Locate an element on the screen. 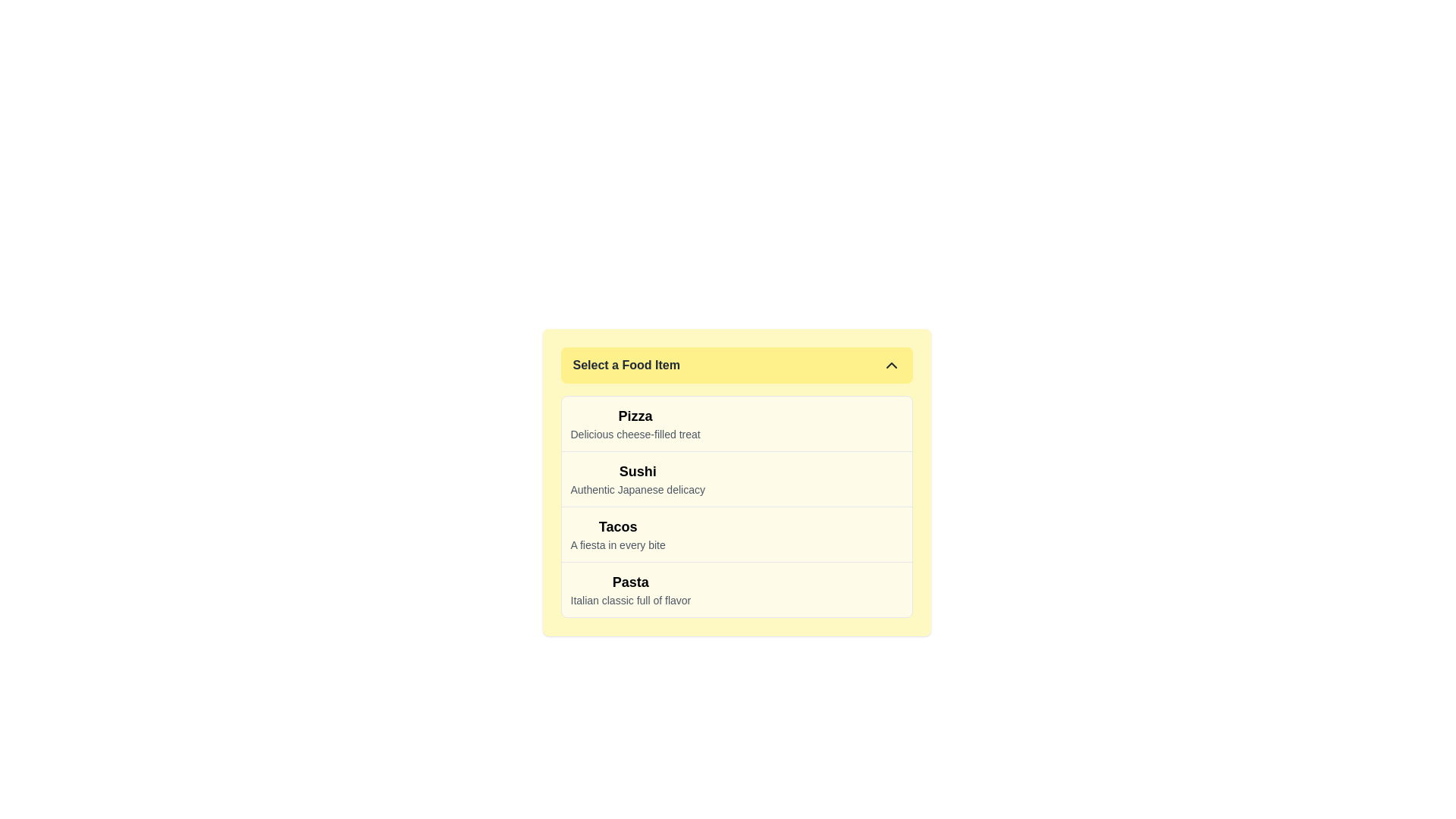 The width and height of the screenshot is (1456, 819). the list item titled 'Tacos' with the subtitle 'A fiesta in every bite' is located at coordinates (618, 534).